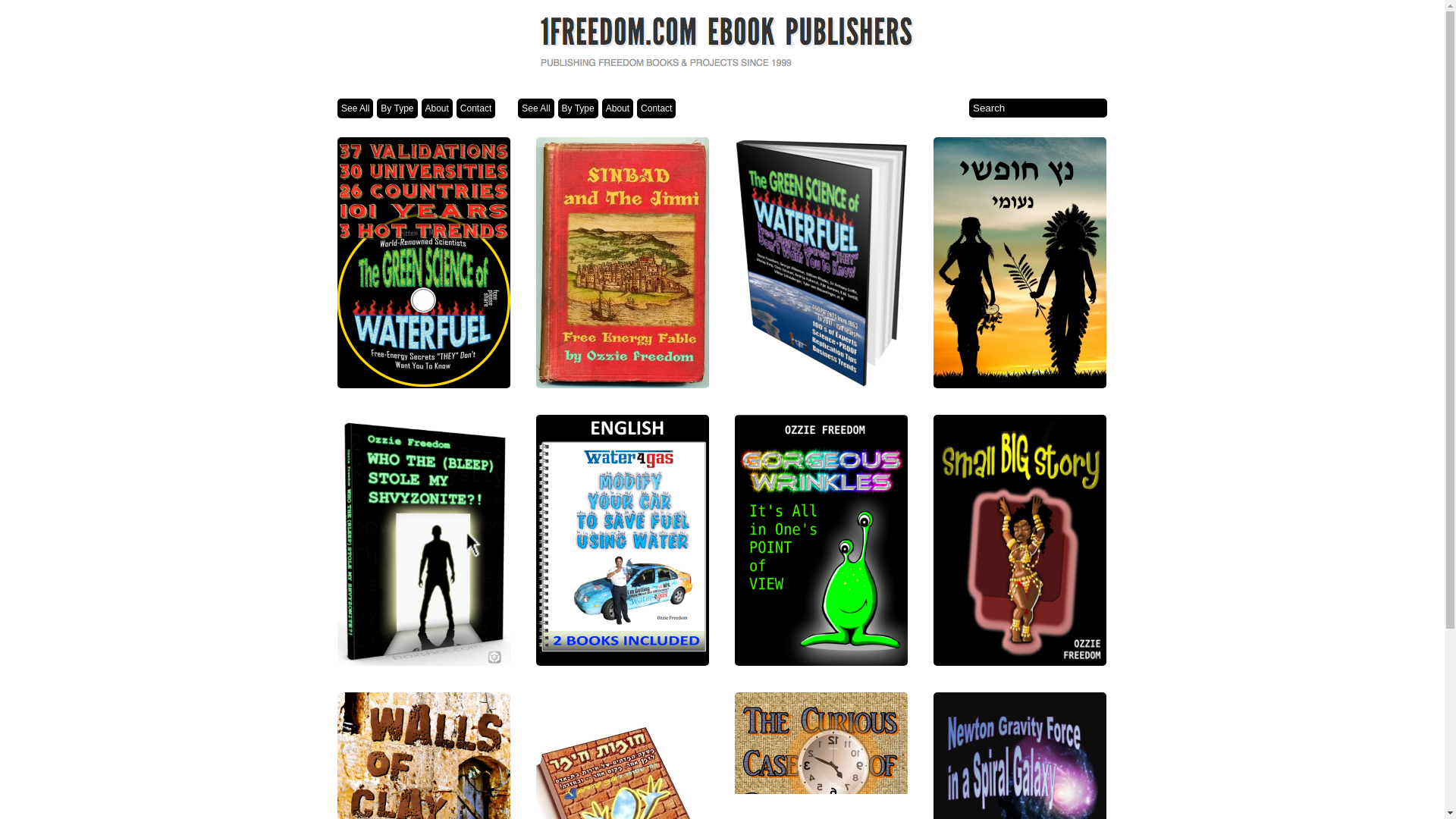  What do you see at coordinates (354, 107) in the screenshot?
I see `'See All'` at bounding box center [354, 107].